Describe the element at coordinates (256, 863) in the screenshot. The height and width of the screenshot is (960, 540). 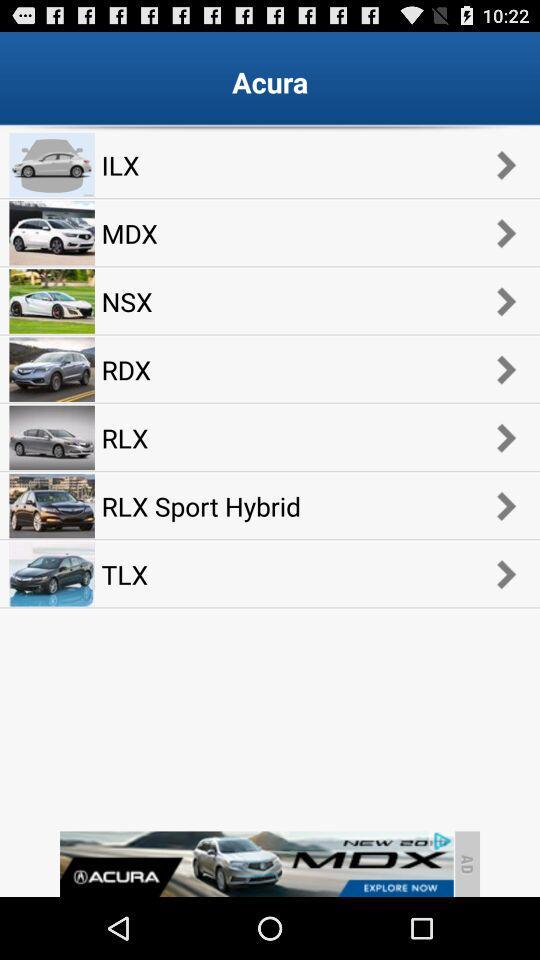
I see `advertisement space` at that location.